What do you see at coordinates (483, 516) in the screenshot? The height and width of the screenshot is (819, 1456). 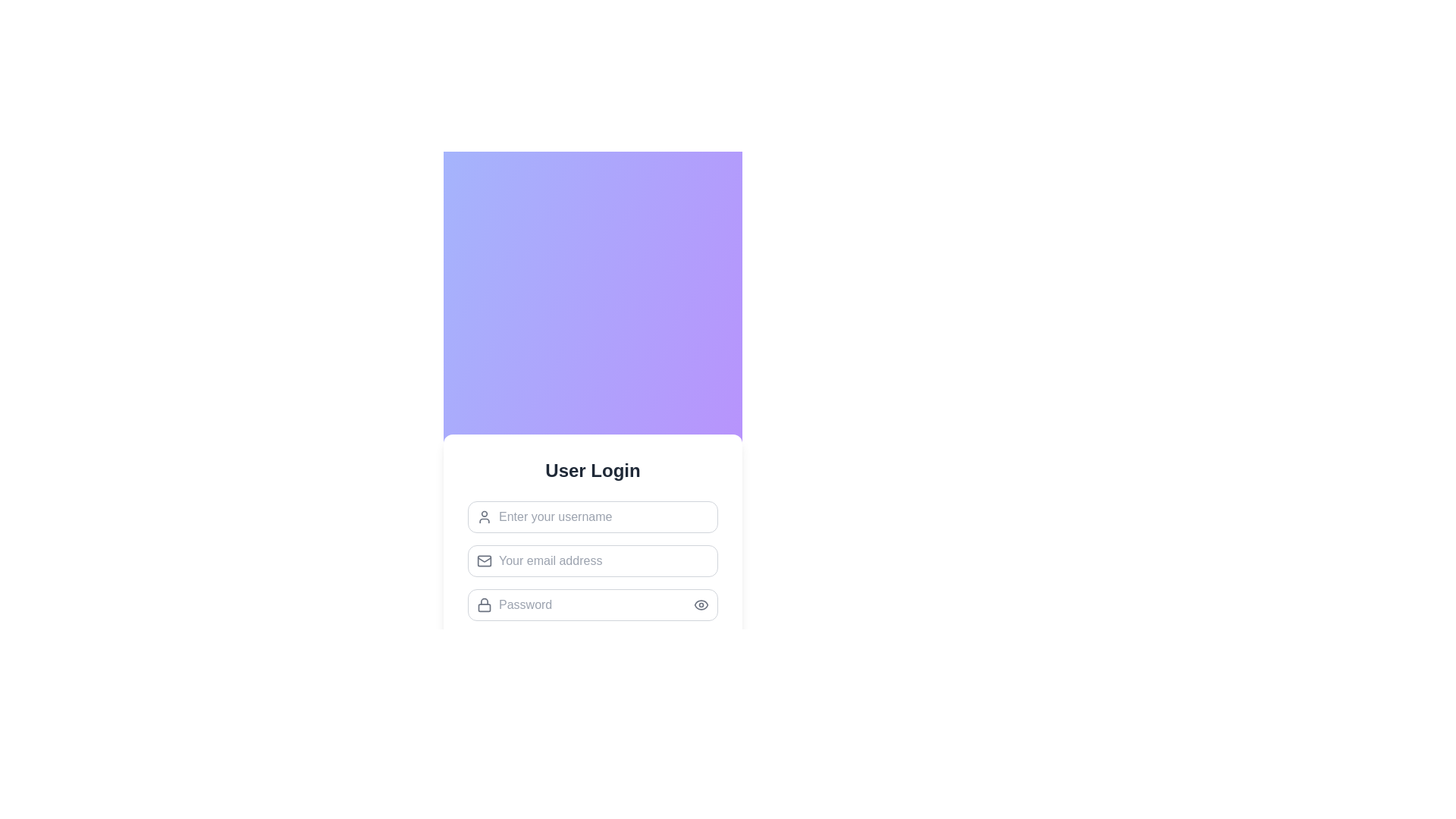 I see `the icon indicating the purpose of the adjacent input field for entering a username, positioned to the left of the placeholder text 'Enter your username'` at bounding box center [483, 516].